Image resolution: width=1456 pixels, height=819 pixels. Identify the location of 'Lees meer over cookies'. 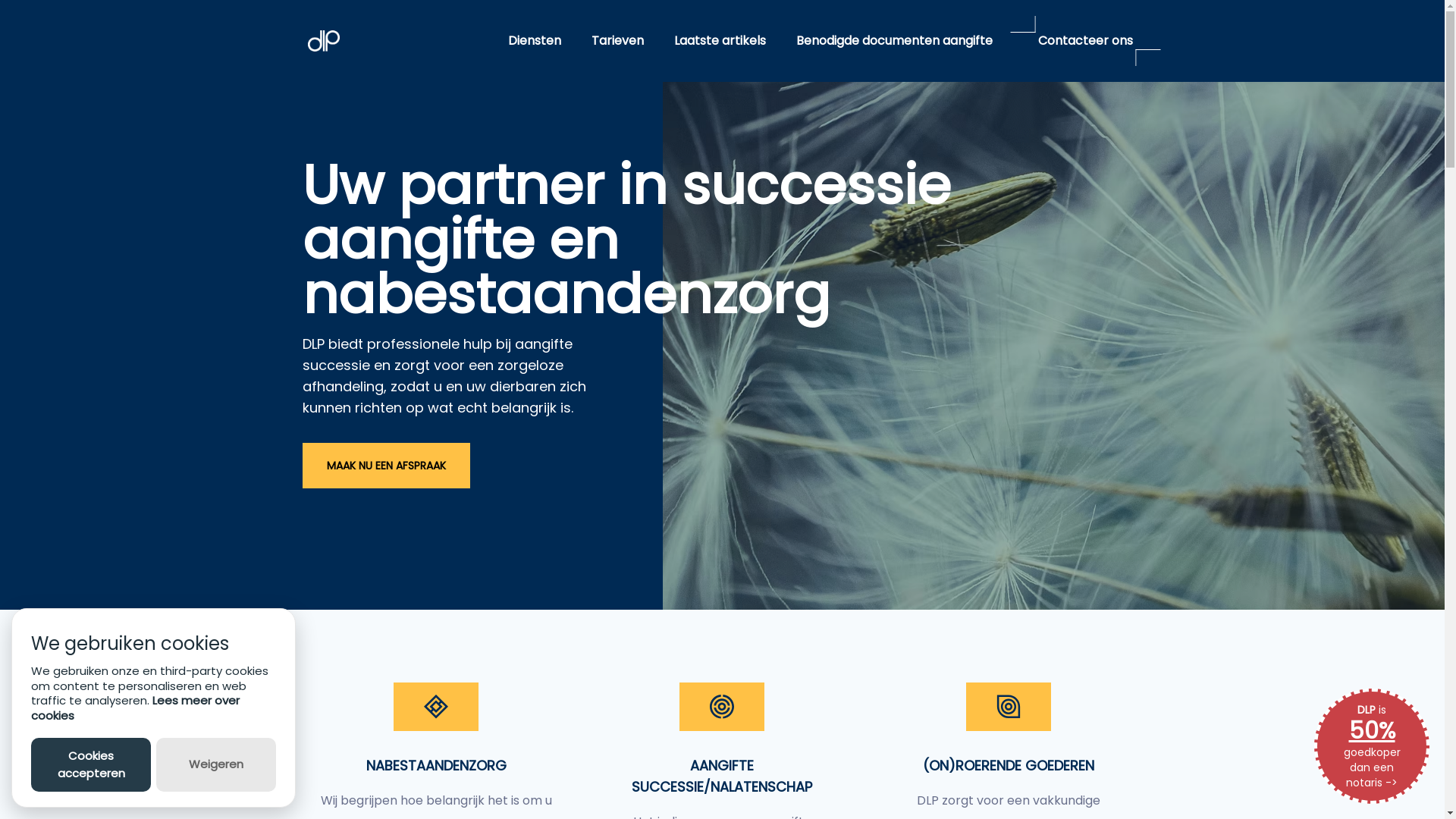
(31, 708).